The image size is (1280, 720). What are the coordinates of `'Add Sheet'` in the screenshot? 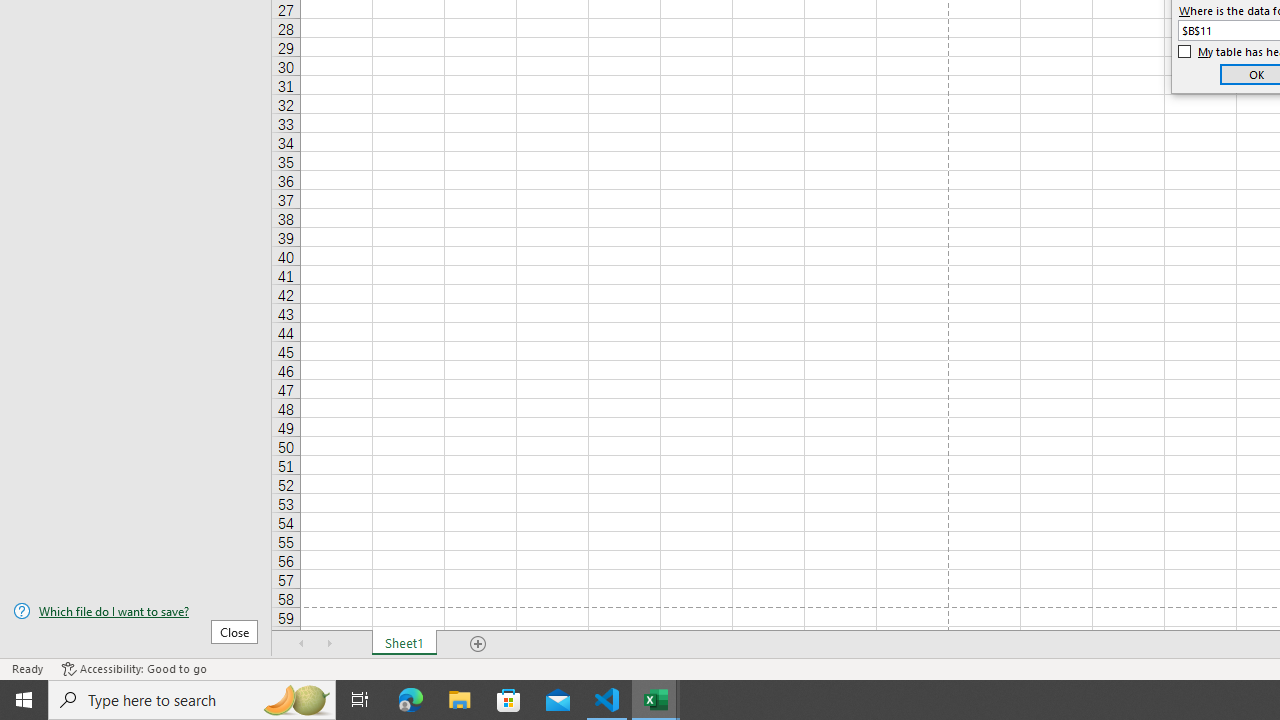 It's located at (477, 644).